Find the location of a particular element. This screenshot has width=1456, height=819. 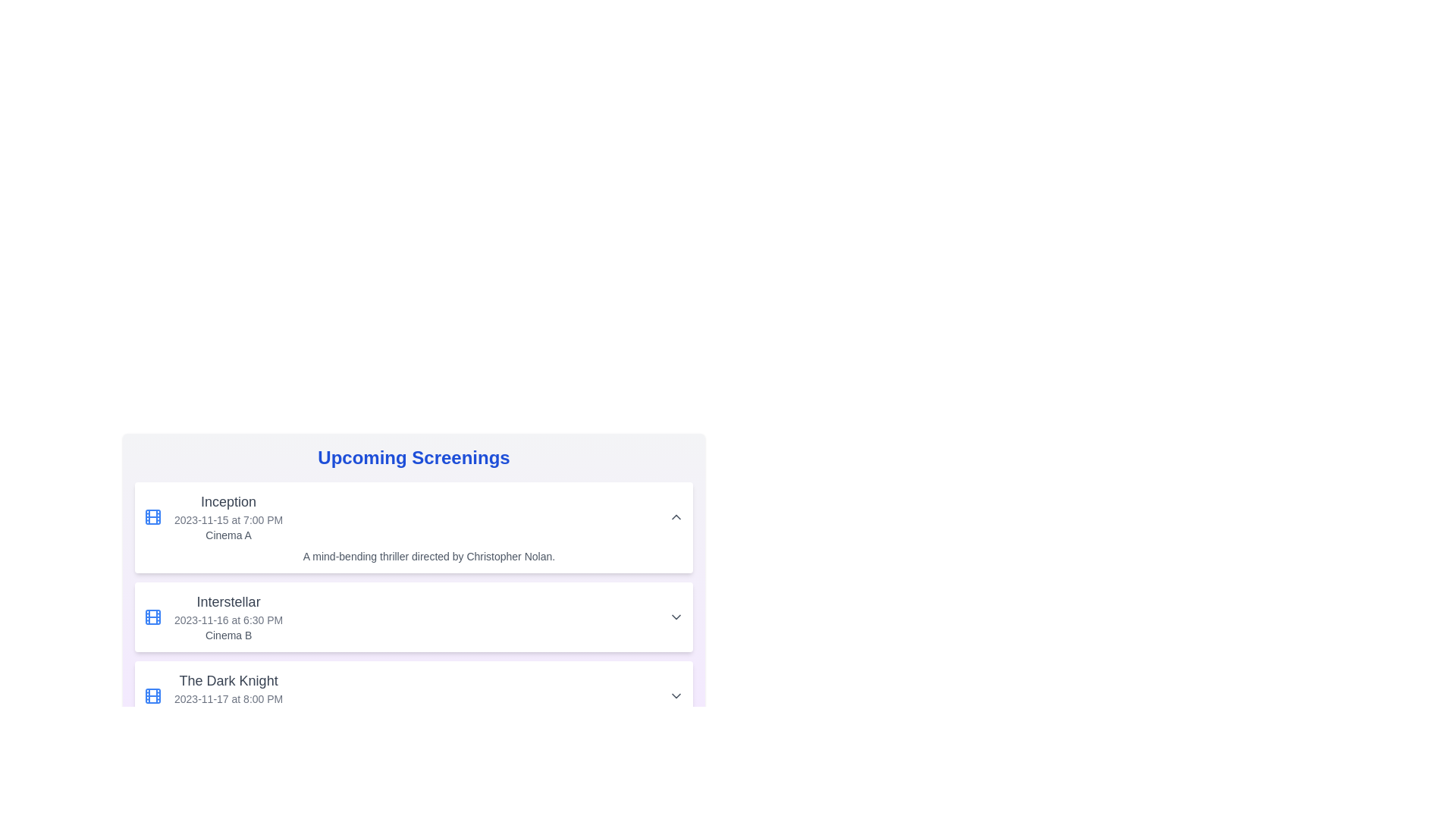

the static text label displaying '2023-11-16 at 6:30 PM', which is positioned below the movie title 'Interstellar' in the list of movie screenings is located at coordinates (227, 620).